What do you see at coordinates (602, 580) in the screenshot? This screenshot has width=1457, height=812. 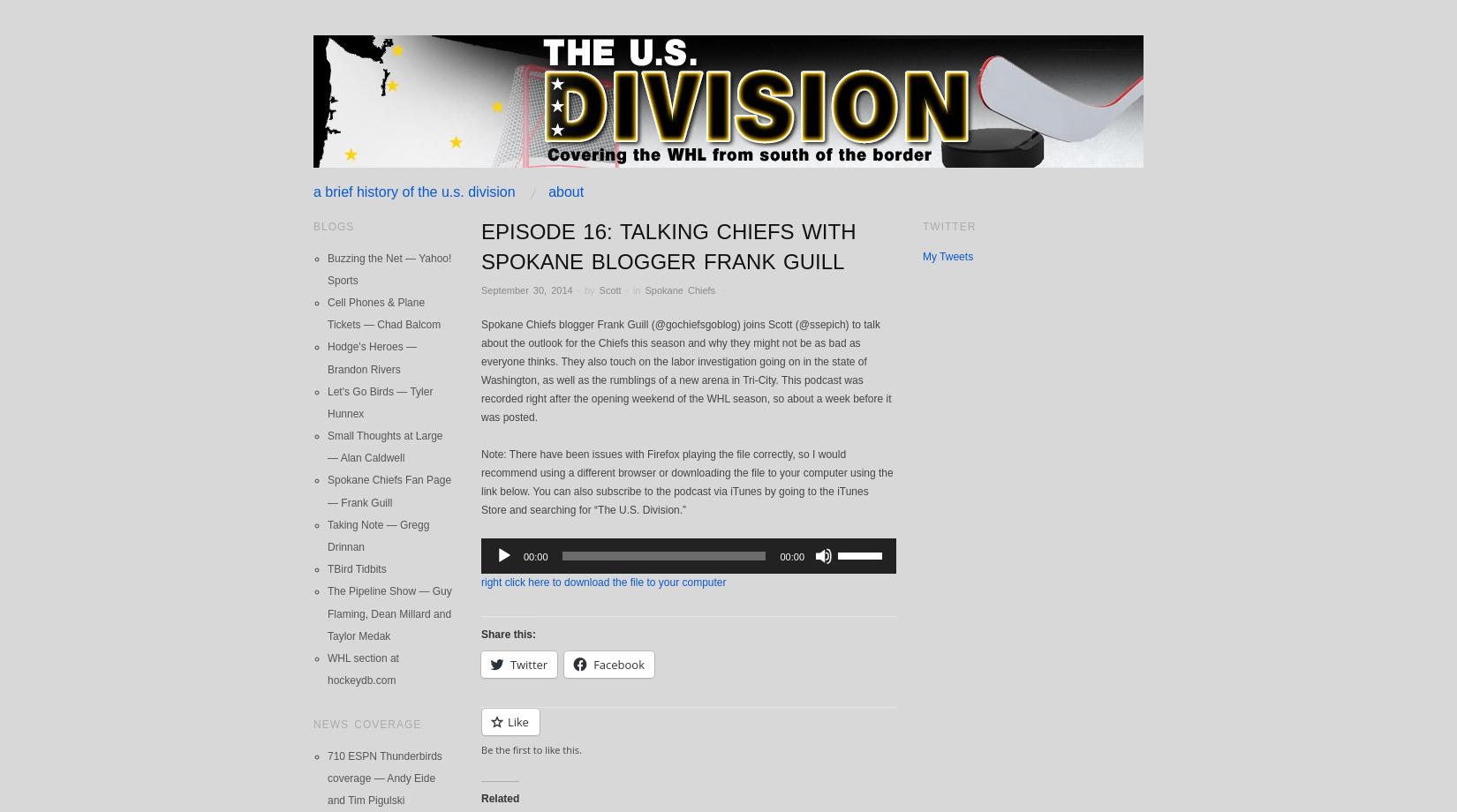 I see `'right click here to download the file to your computer'` at bounding box center [602, 580].